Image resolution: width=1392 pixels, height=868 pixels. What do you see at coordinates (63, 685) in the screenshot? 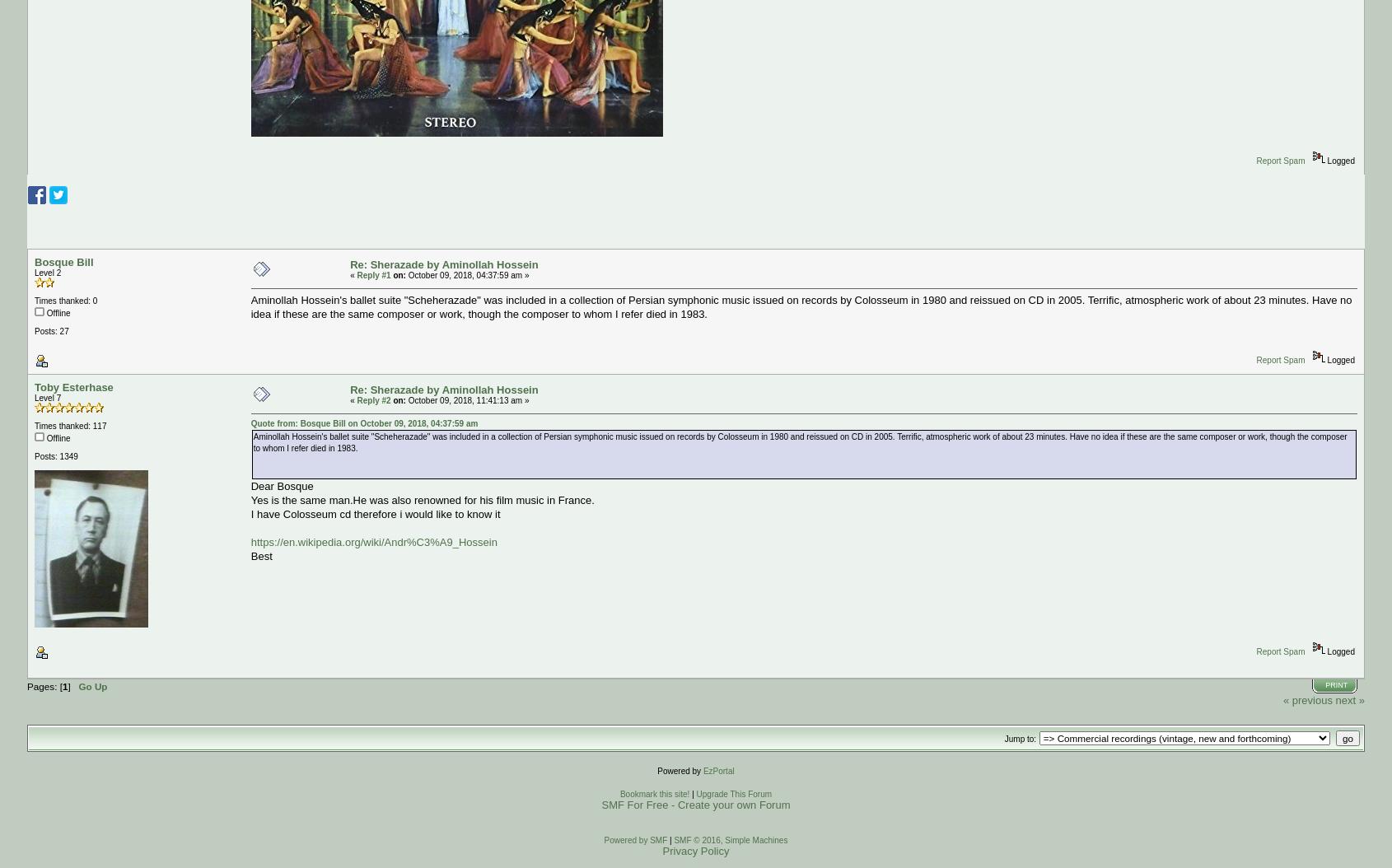
I see `'1'` at bounding box center [63, 685].